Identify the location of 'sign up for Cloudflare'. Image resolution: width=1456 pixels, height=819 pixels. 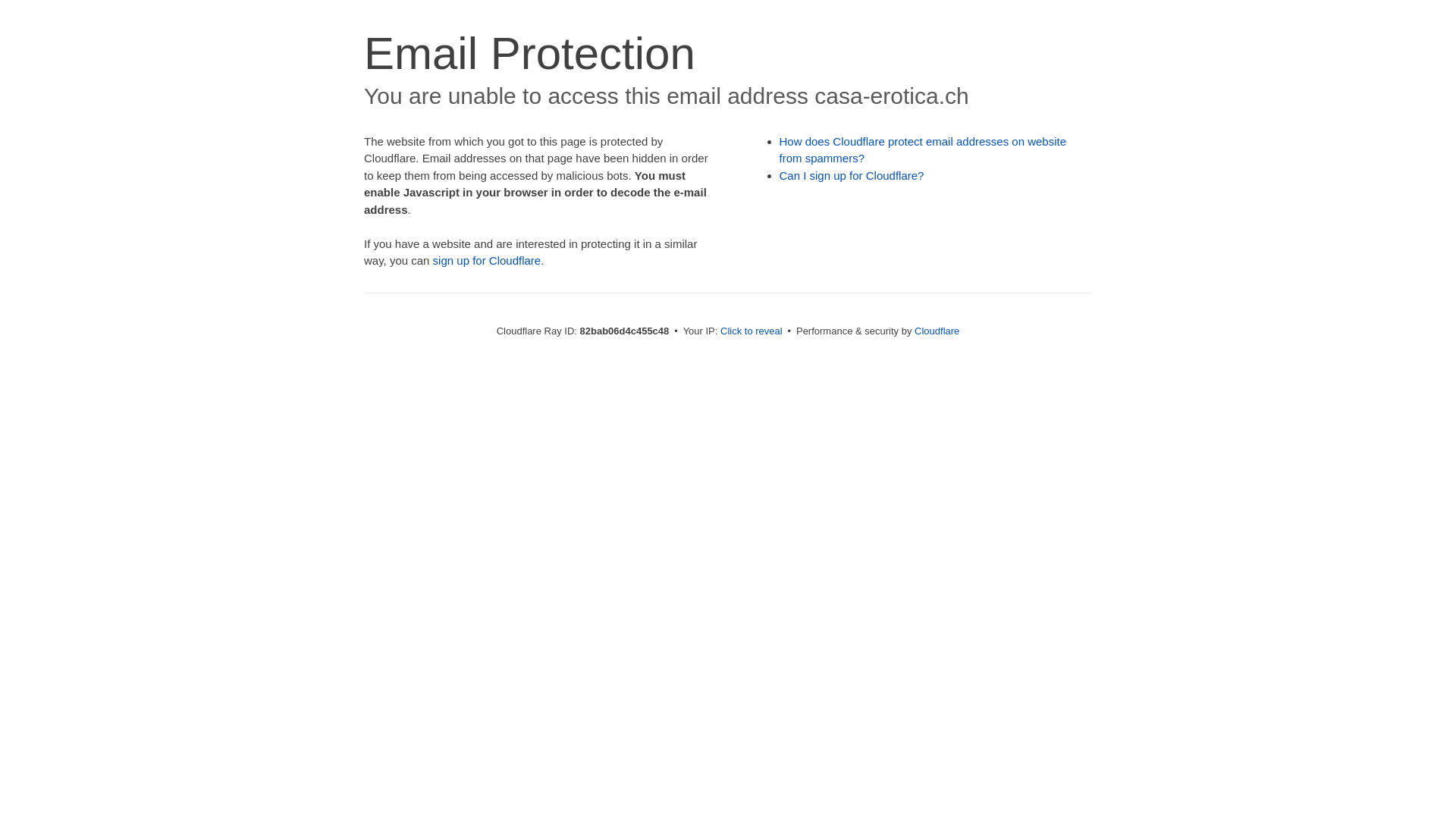
(487, 259).